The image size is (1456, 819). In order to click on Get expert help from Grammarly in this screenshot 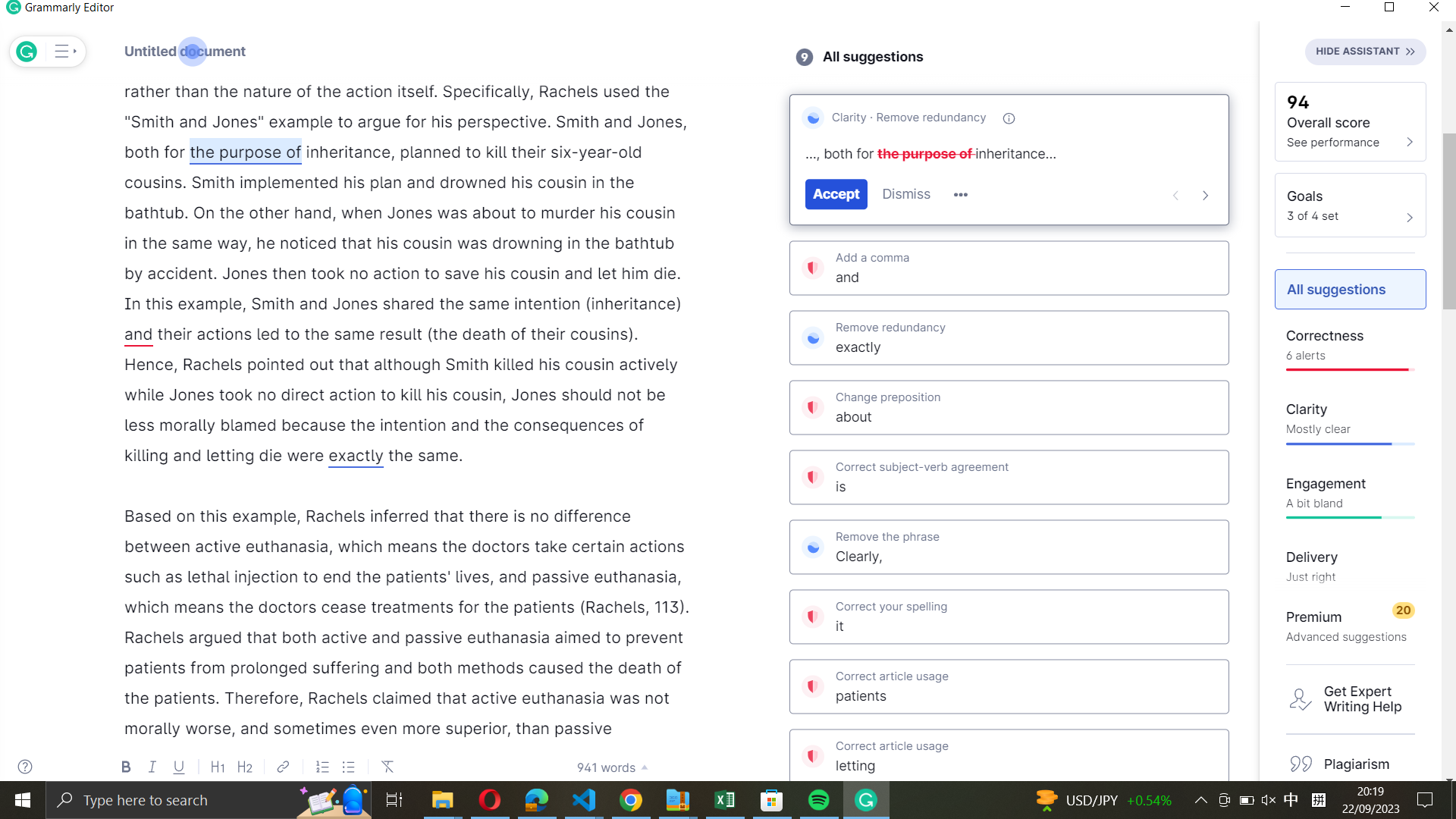, I will do `click(1351, 698)`.